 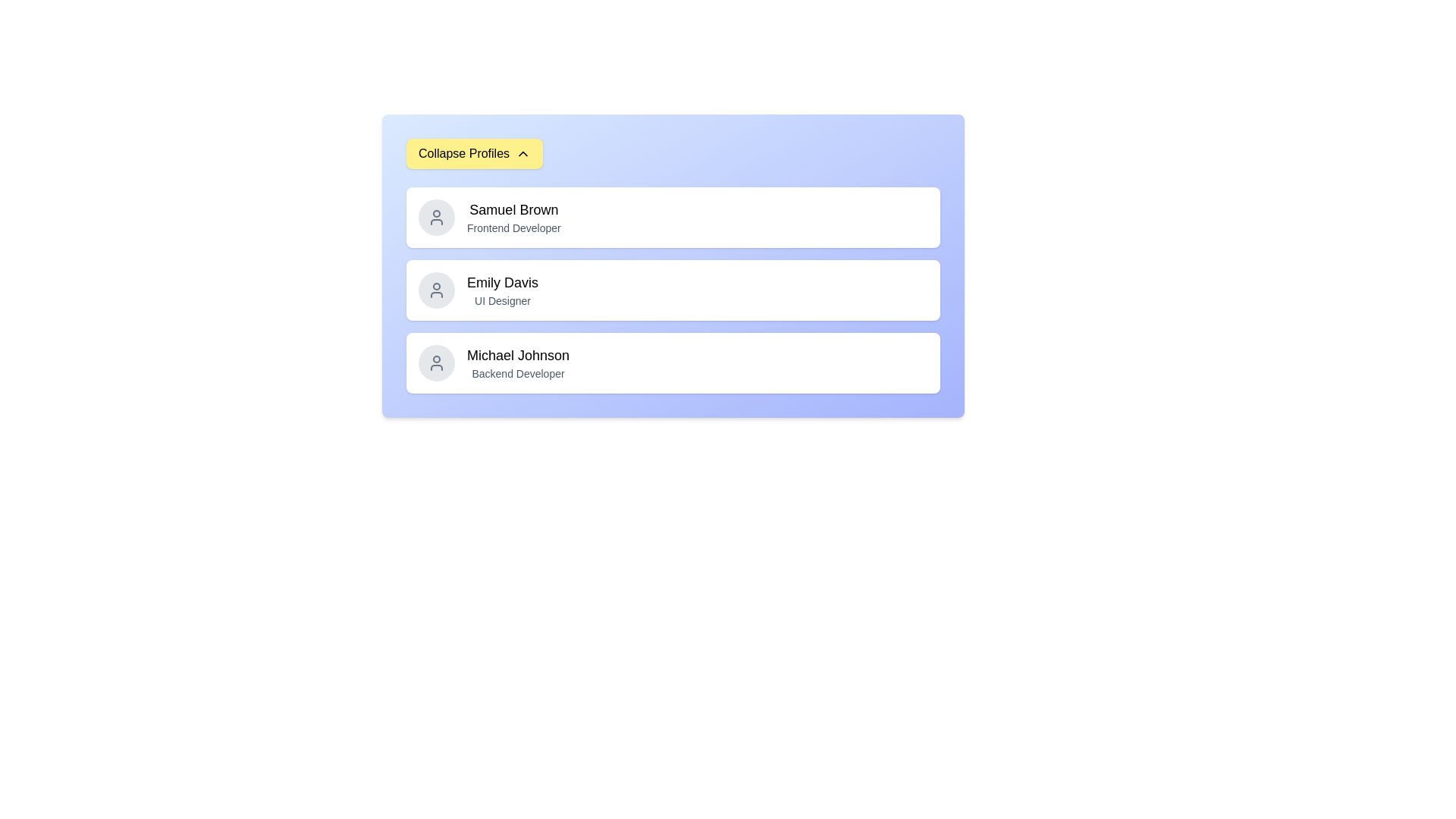 I want to click on the circular visual avatar placeholder for the user profile of 'Samuel Brown Frontend Developer', which has a gray background and a user icon in the center, so click(x=436, y=217).